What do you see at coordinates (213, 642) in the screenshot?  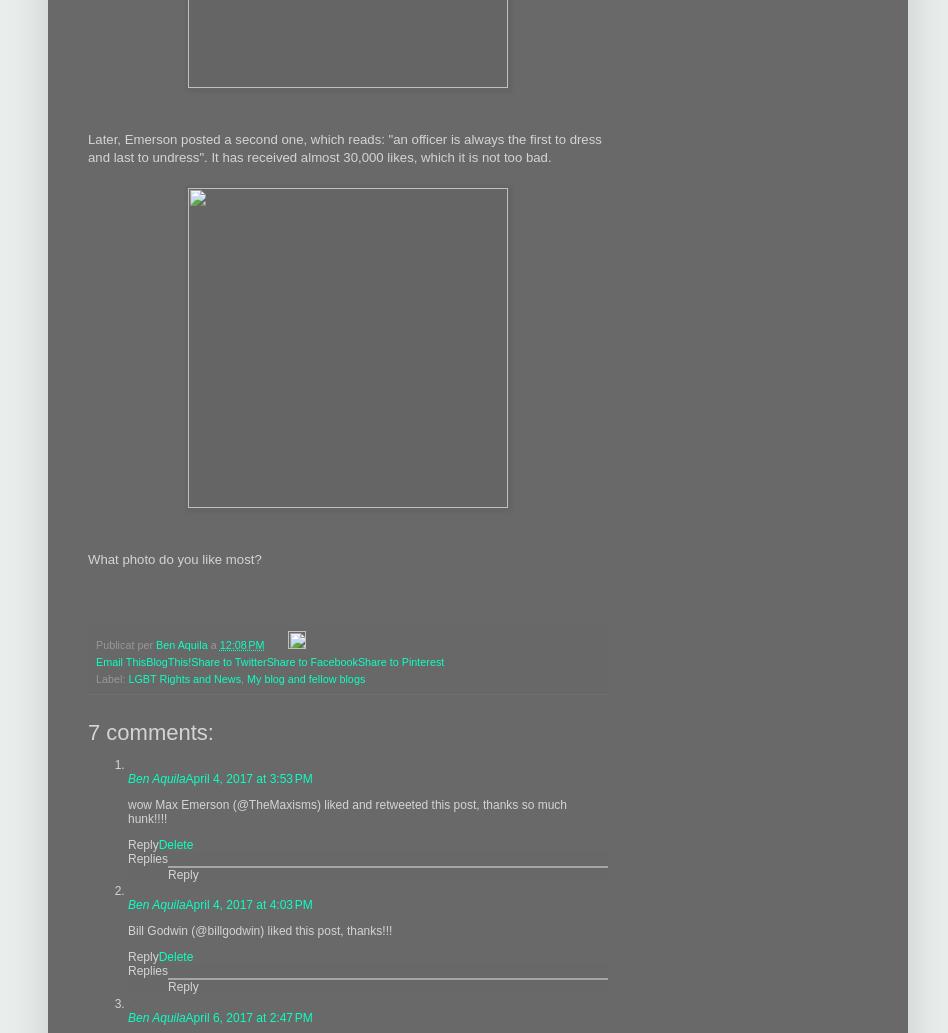 I see `'a'` at bounding box center [213, 642].